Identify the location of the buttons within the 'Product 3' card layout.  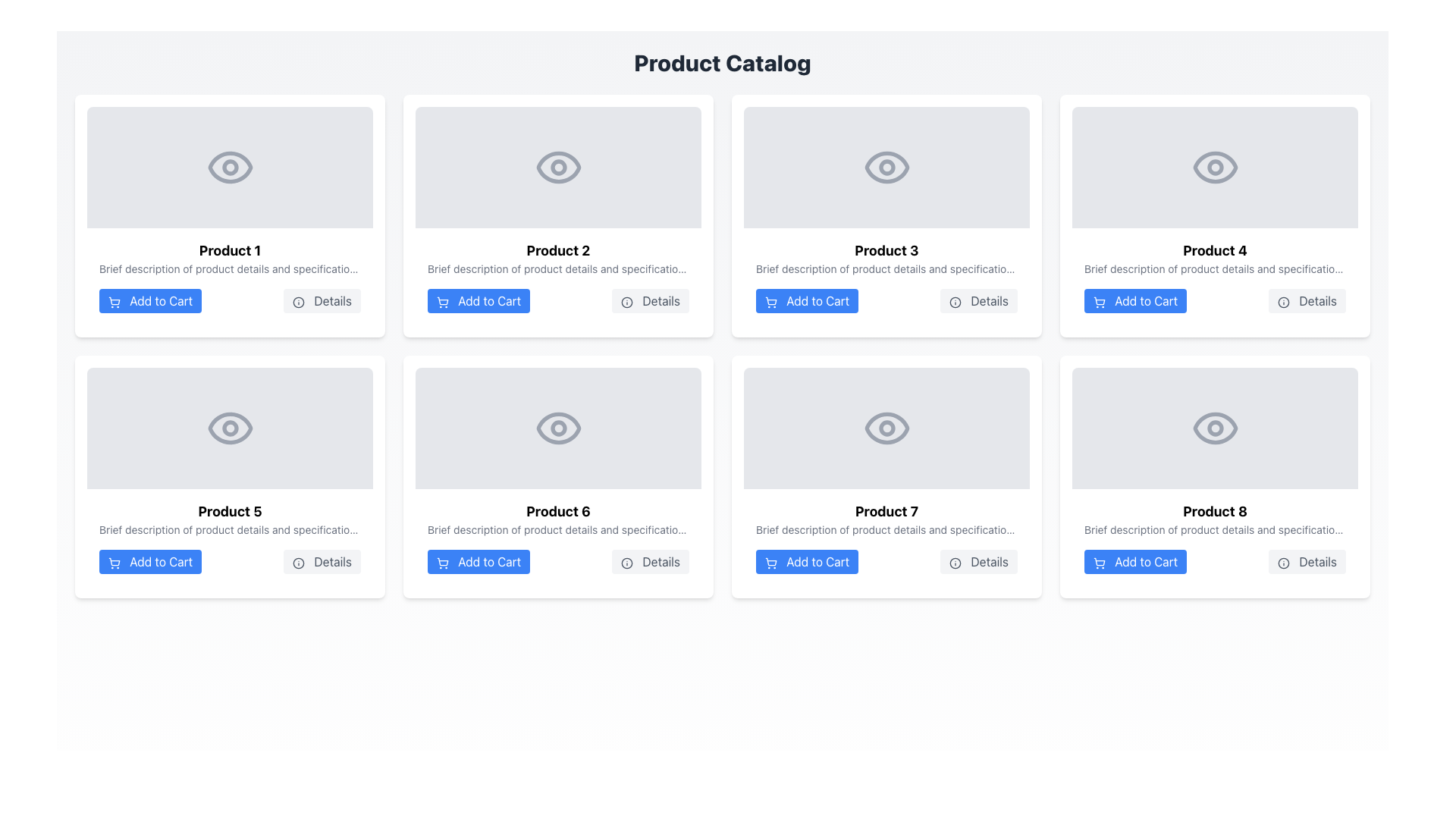
(886, 277).